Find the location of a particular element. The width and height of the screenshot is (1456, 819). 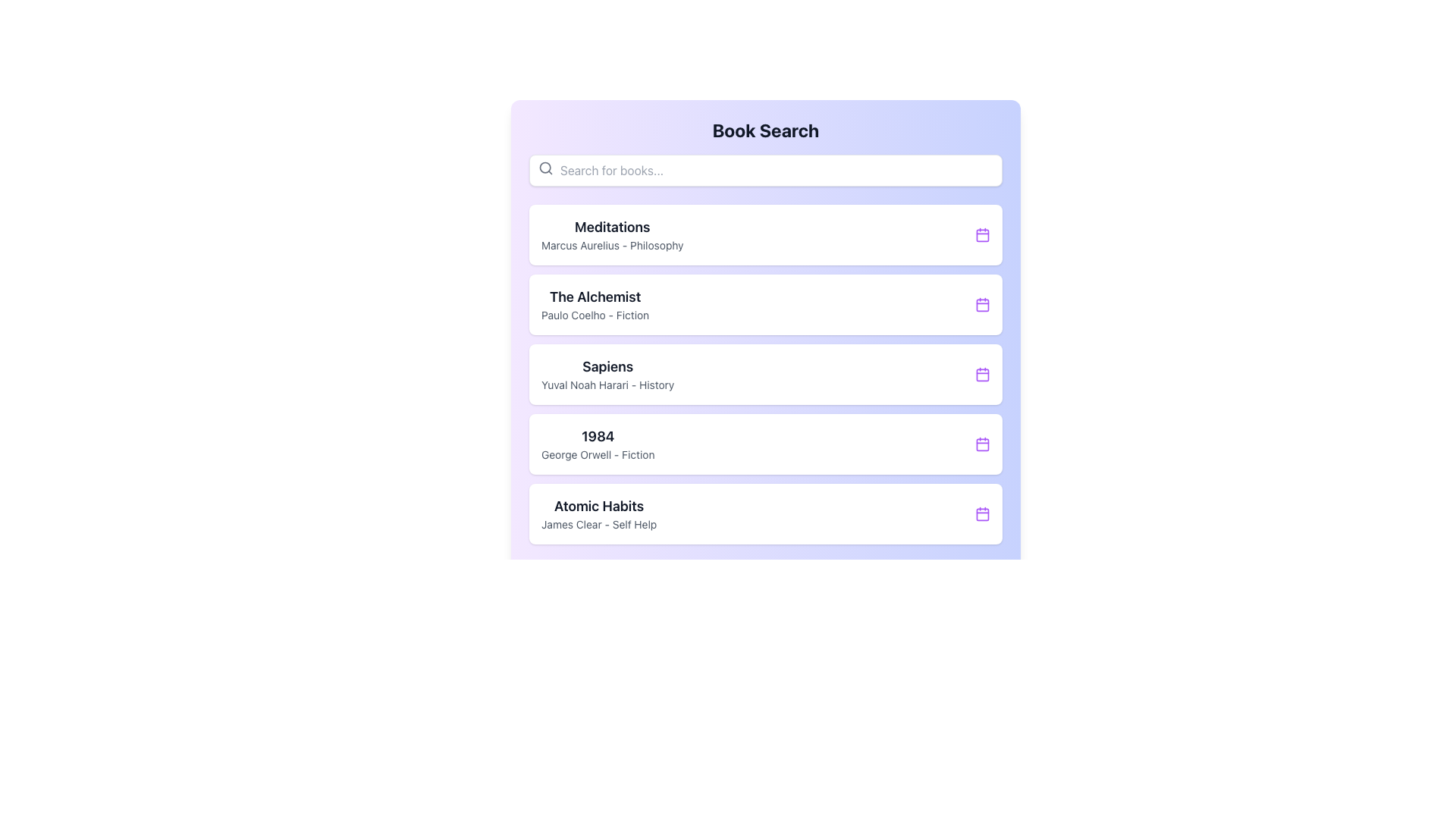

the magnifying glass icon, which is located to the left of the search input field and is commonly associated with a search function is located at coordinates (546, 168).